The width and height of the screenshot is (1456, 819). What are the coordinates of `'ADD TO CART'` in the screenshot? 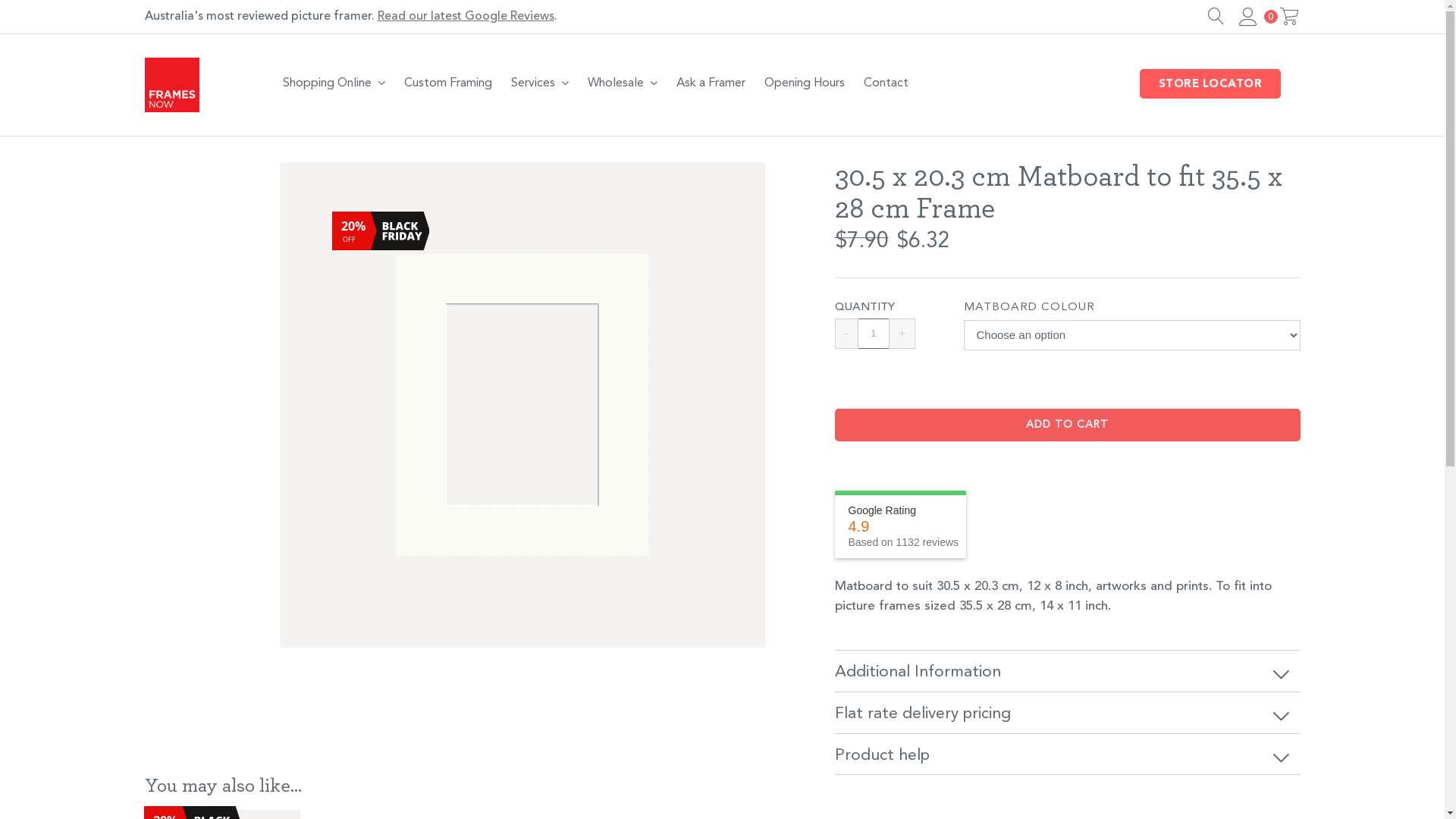 It's located at (1065, 425).